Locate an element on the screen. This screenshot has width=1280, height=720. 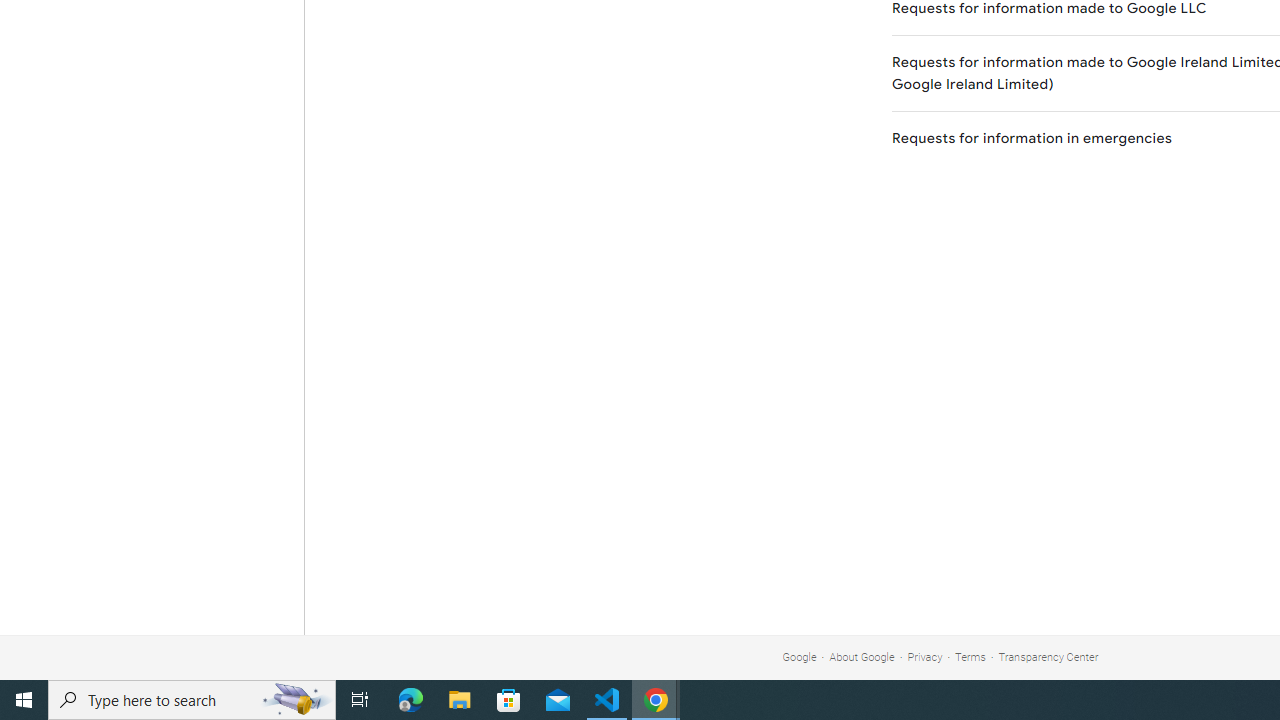
'Transparency Center' is located at coordinates (1047, 657).